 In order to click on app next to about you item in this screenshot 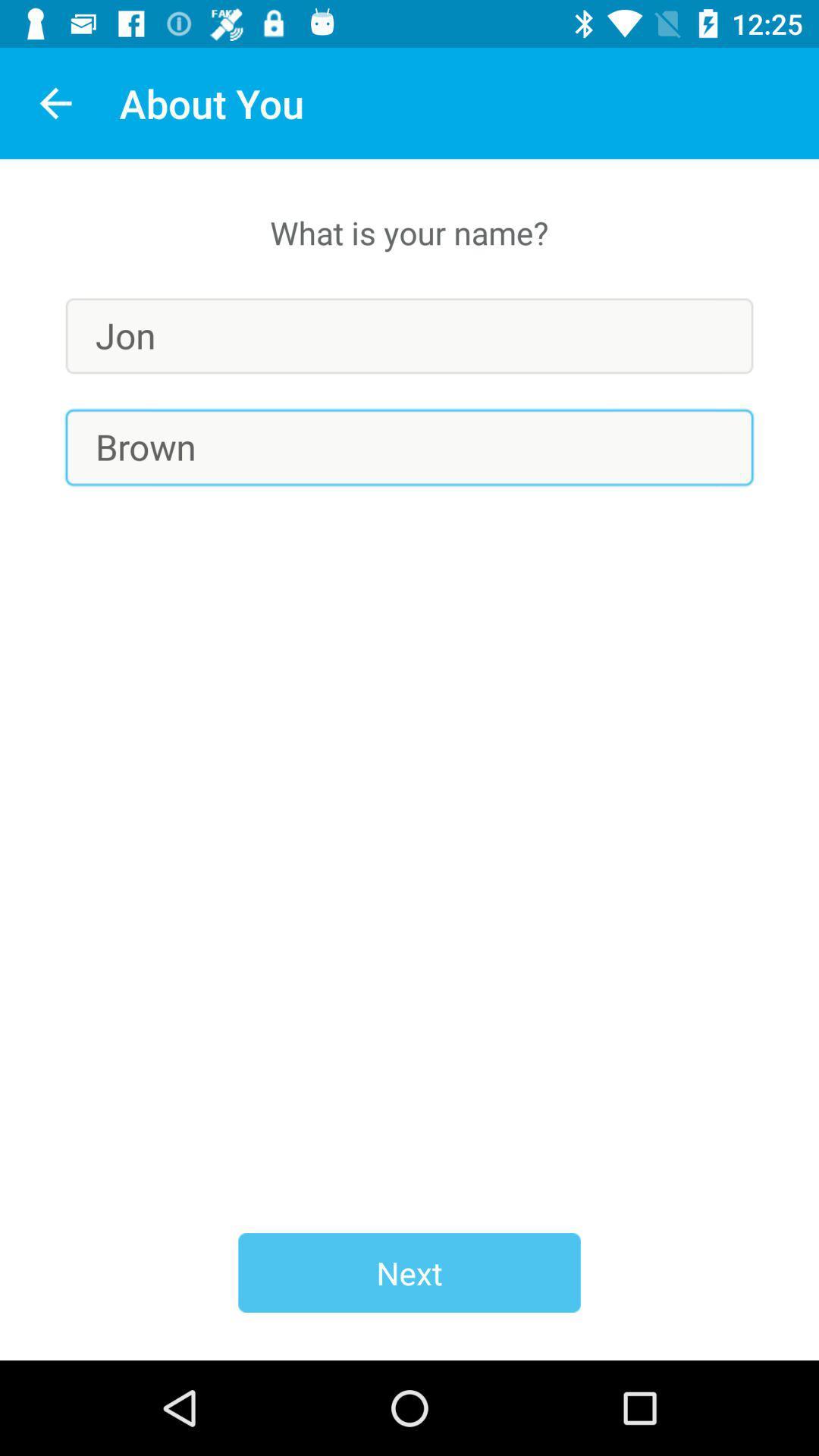, I will do `click(55, 102)`.